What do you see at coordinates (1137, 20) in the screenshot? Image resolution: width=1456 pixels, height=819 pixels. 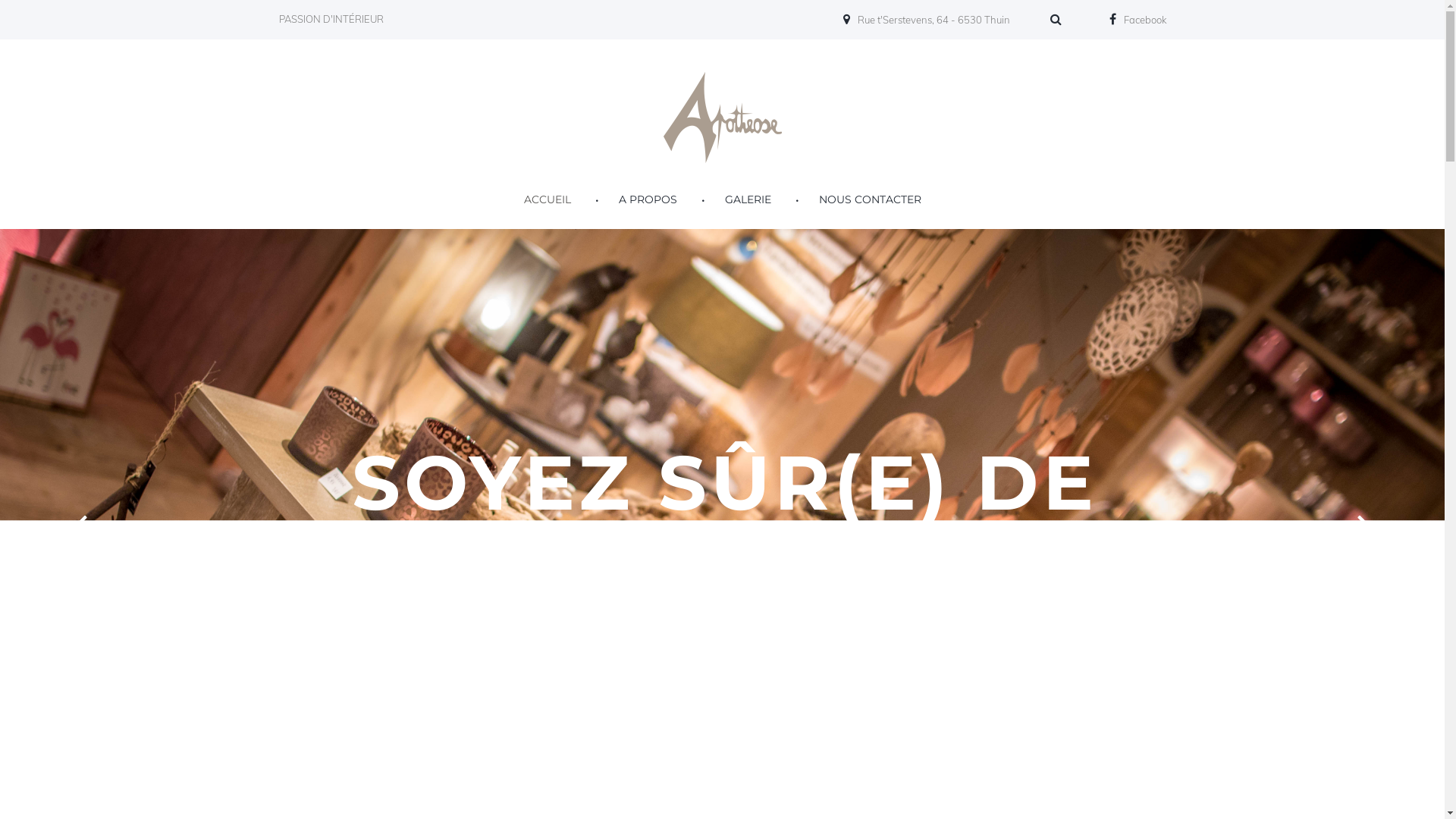 I see `'Facebook'` at bounding box center [1137, 20].